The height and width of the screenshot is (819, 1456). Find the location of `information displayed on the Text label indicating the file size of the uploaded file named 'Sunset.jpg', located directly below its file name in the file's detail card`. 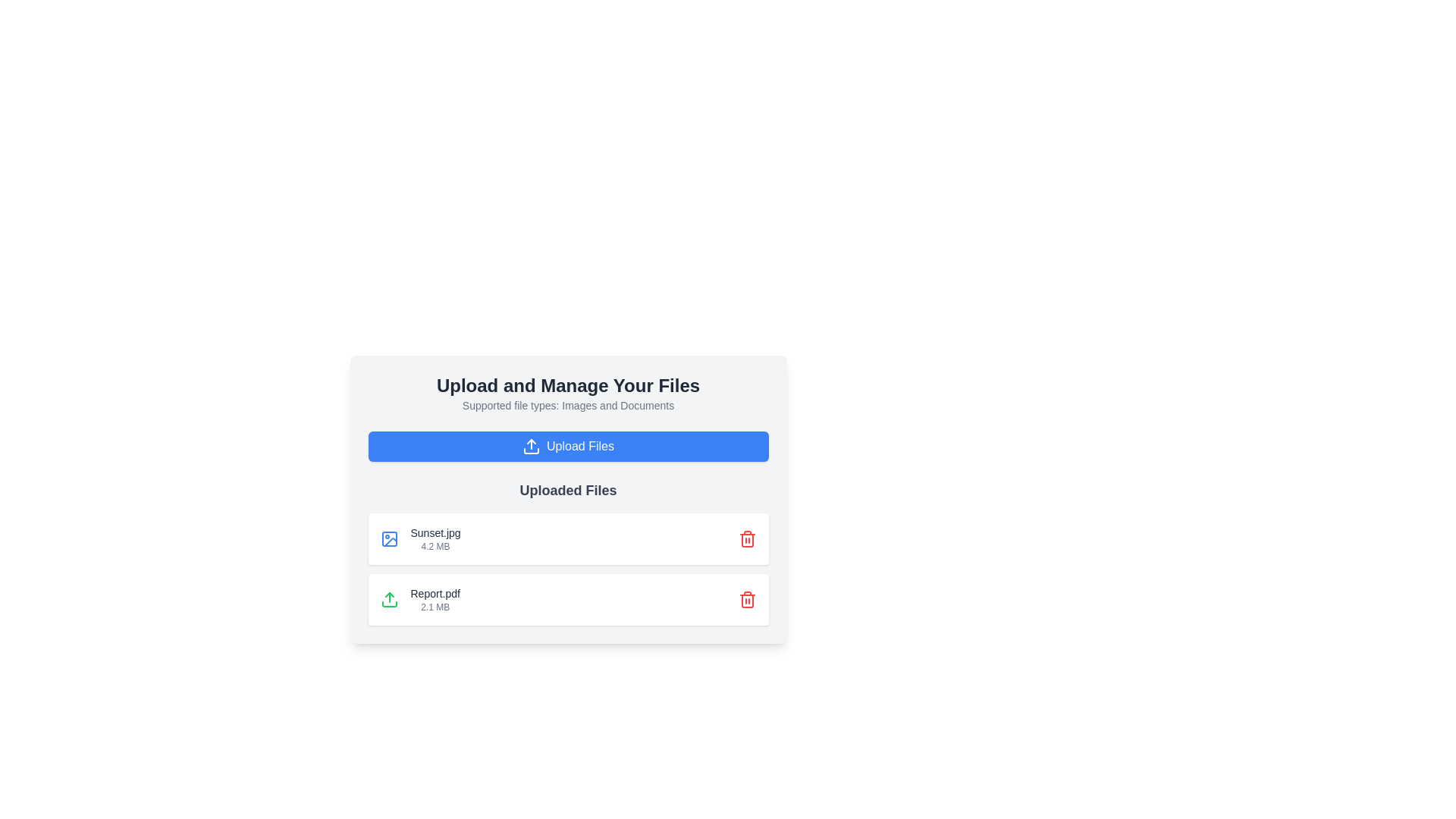

information displayed on the Text label indicating the file size of the uploaded file named 'Sunset.jpg', located directly below its file name in the file's detail card is located at coordinates (435, 547).